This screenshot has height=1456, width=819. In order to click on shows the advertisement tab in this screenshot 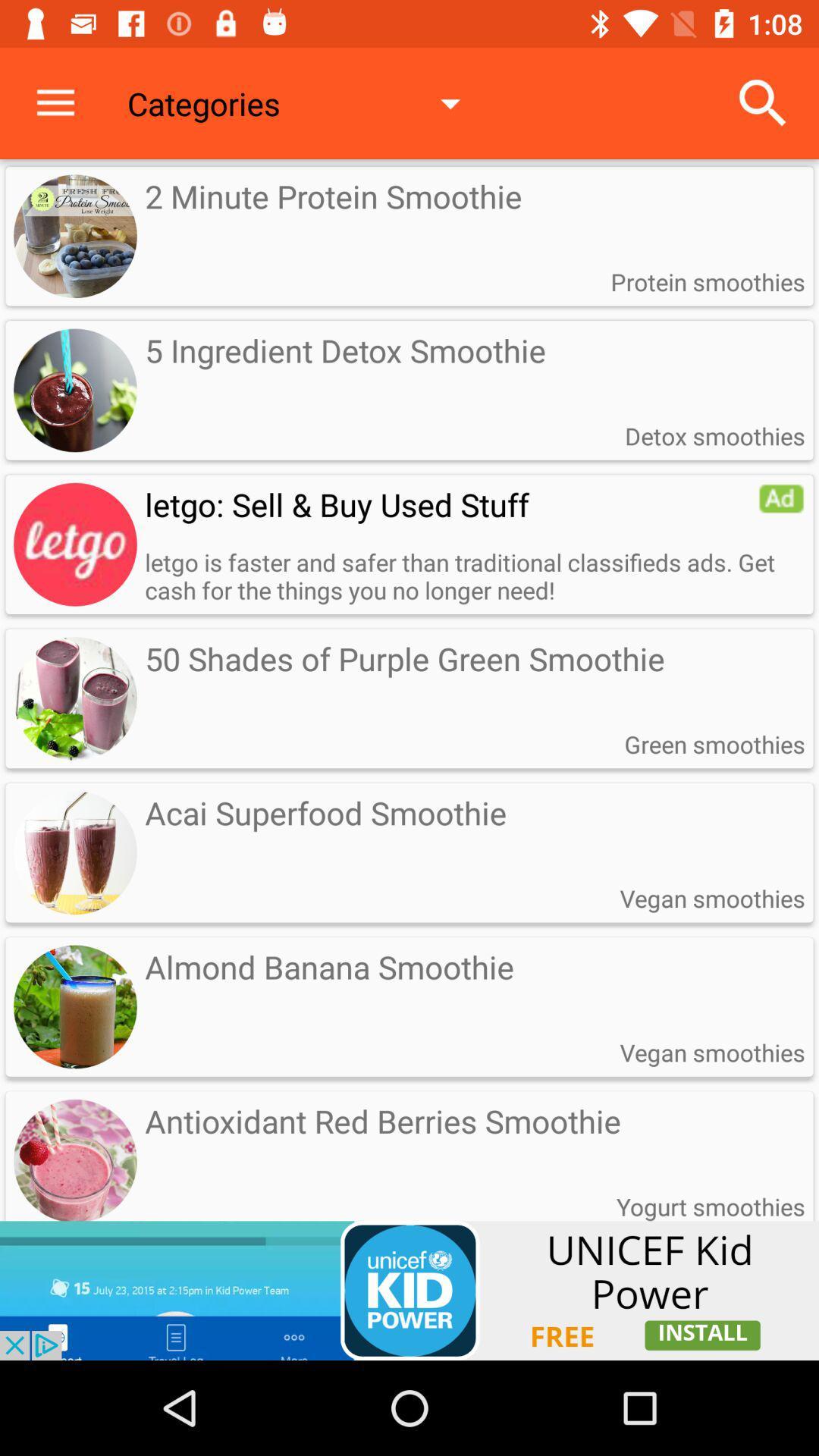, I will do `click(409, 1290)`.